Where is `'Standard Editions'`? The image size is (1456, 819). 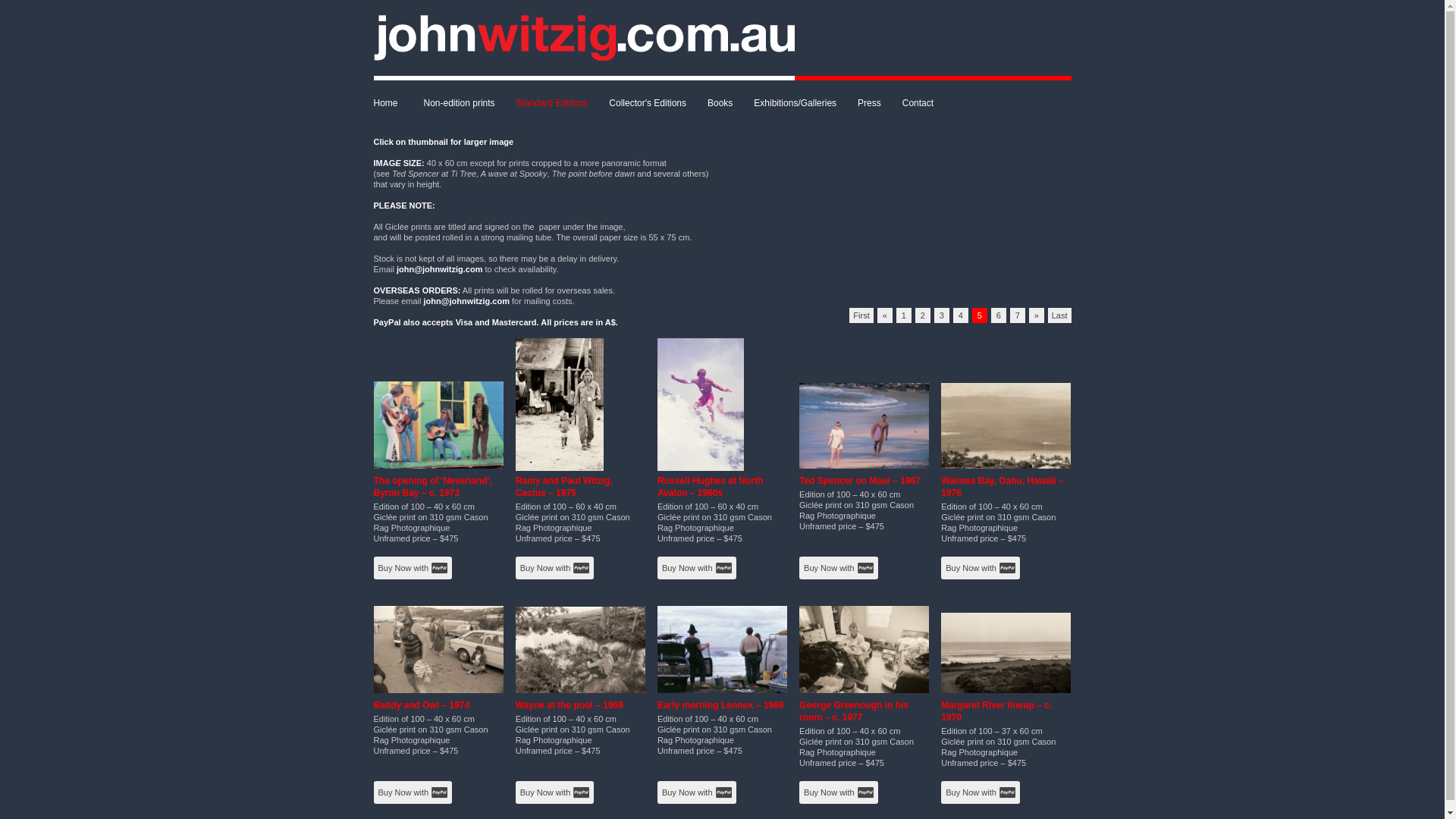
'Standard Editions' is located at coordinates (551, 102).